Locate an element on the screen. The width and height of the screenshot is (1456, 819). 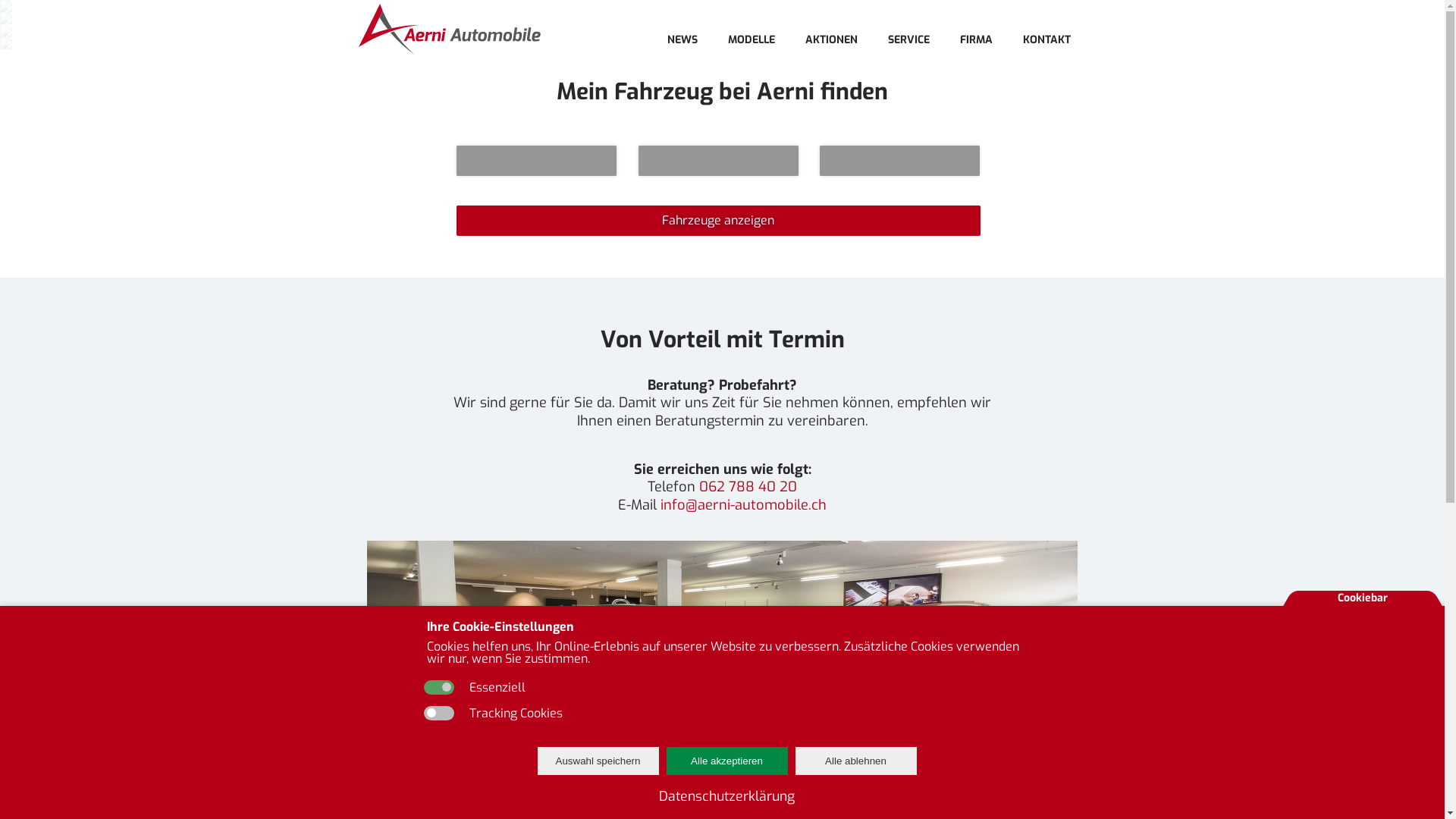
'info@aerni-automobile.ch' is located at coordinates (743, 505).